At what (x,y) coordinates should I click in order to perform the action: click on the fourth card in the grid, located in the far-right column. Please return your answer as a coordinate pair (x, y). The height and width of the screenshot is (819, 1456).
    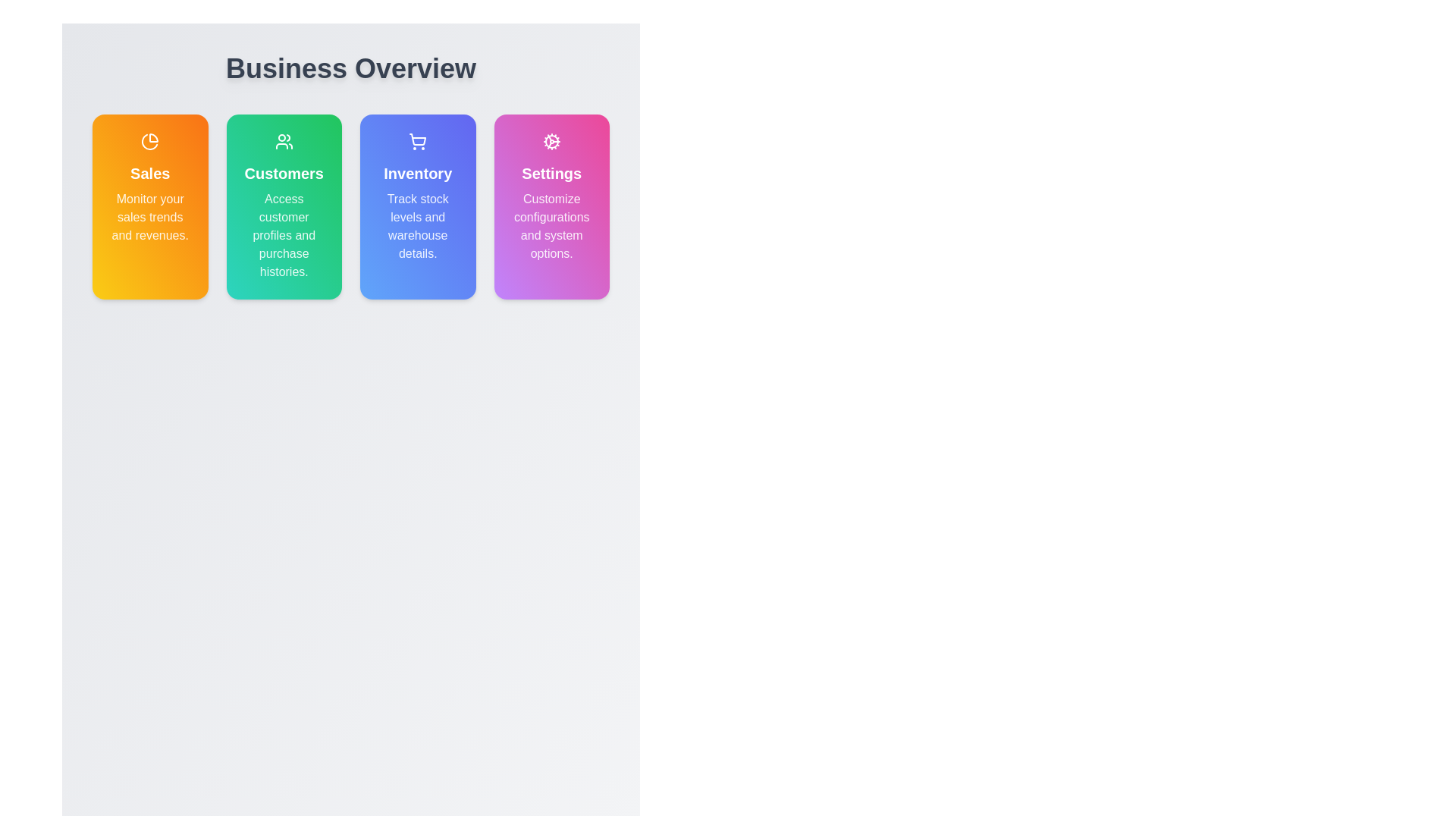
    Looking at the image, I should click on (551, 207).